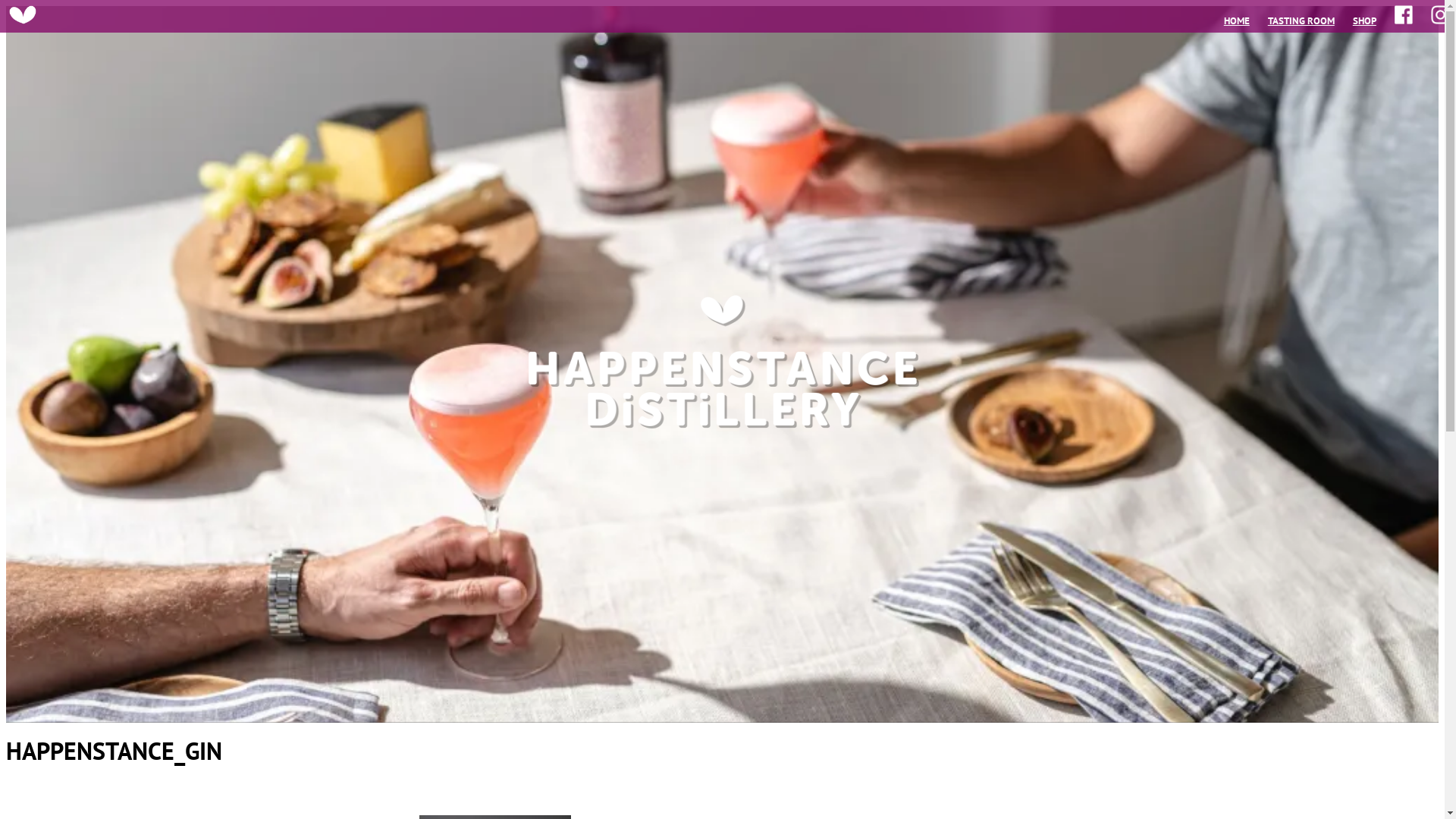 The height and width of the screenshot is (819, 1456). What do you see at coordinates (1267, 20) in the screenshot?
I see `'TASTING ROOM'` at bounding box center [1267, 20].